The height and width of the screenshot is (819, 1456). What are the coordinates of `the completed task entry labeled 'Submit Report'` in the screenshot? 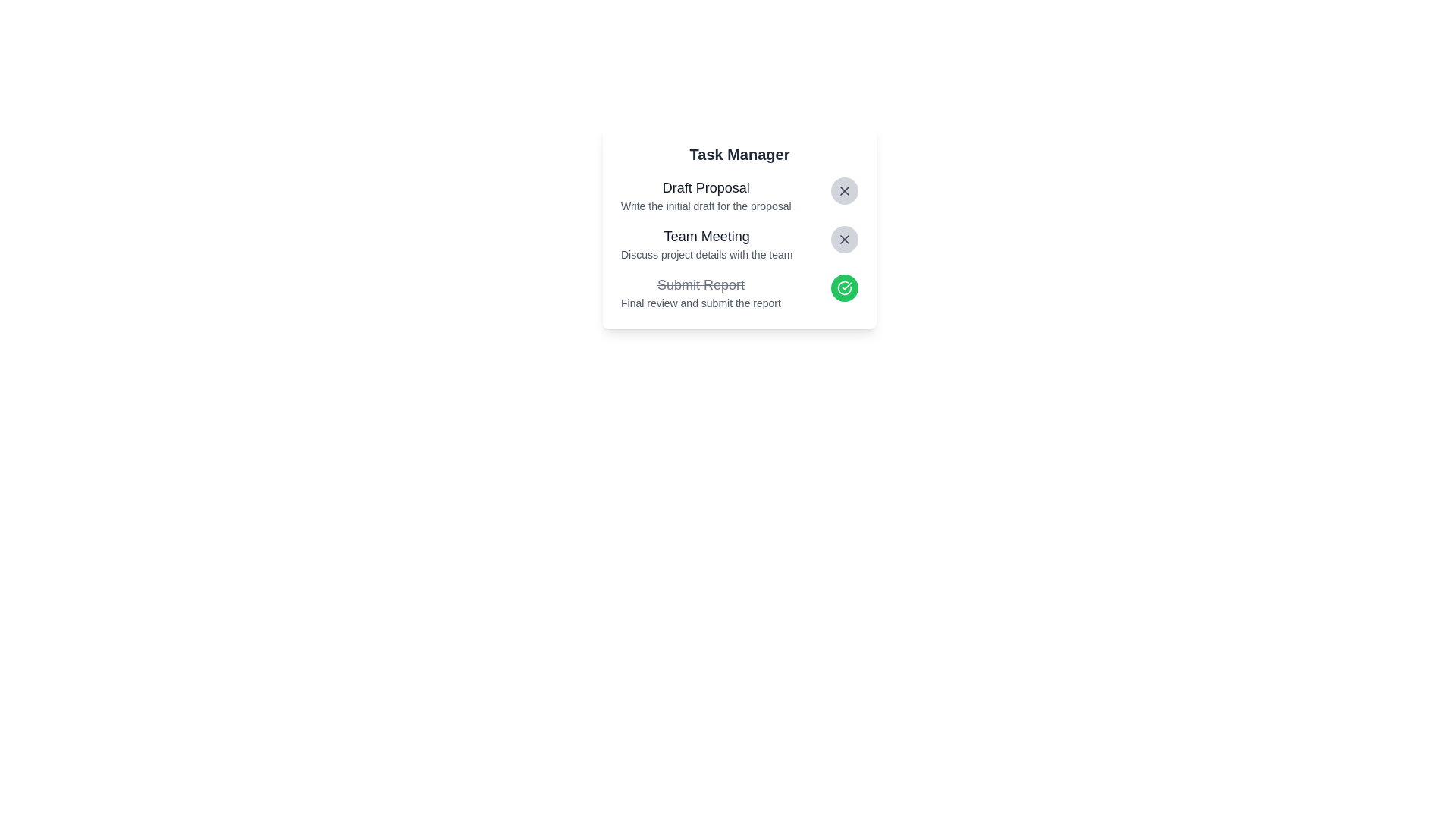 It's located at (739, 276).